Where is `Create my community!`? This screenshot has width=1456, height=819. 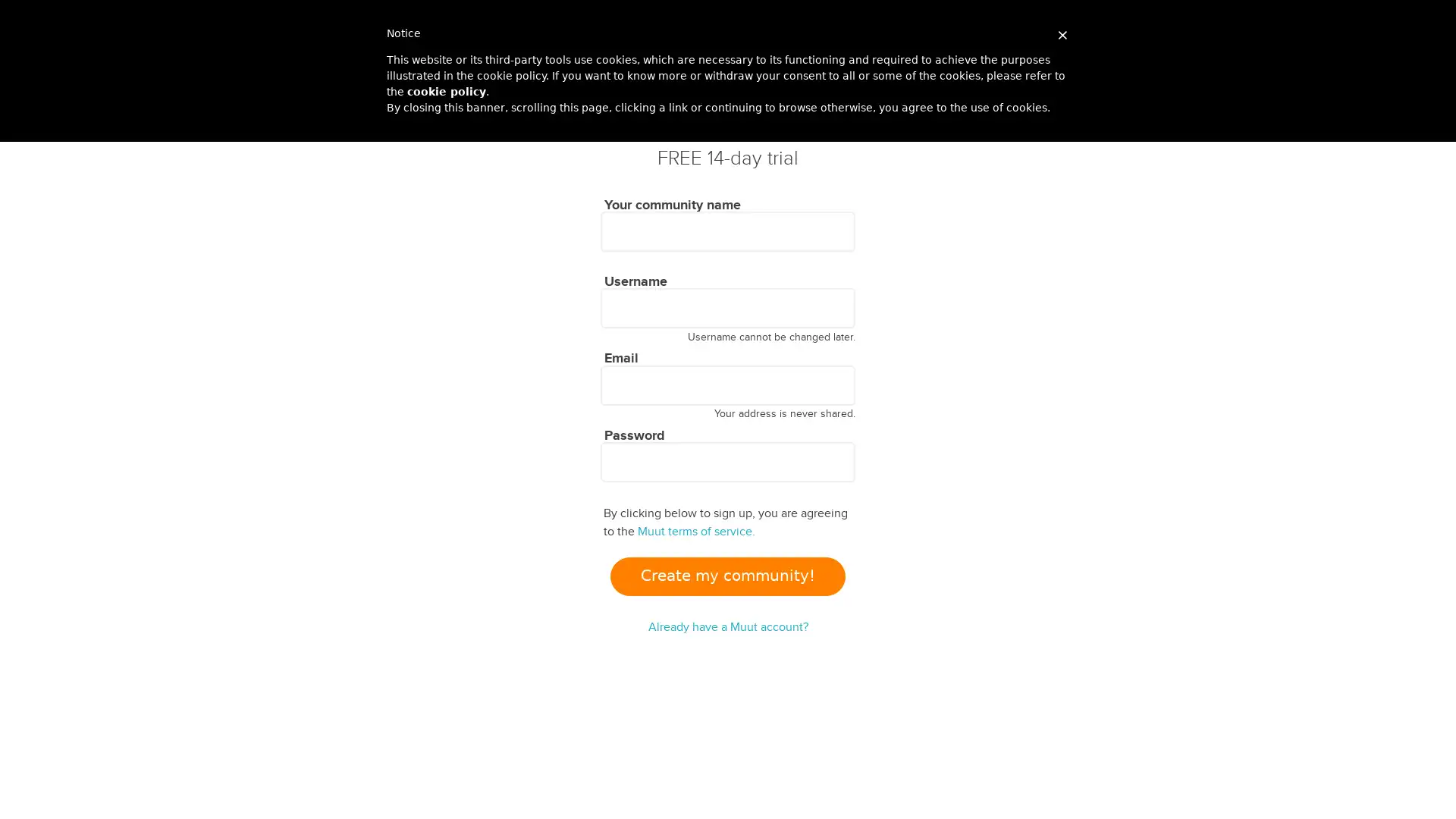 Create my community! is located at coordinates (726, 576).